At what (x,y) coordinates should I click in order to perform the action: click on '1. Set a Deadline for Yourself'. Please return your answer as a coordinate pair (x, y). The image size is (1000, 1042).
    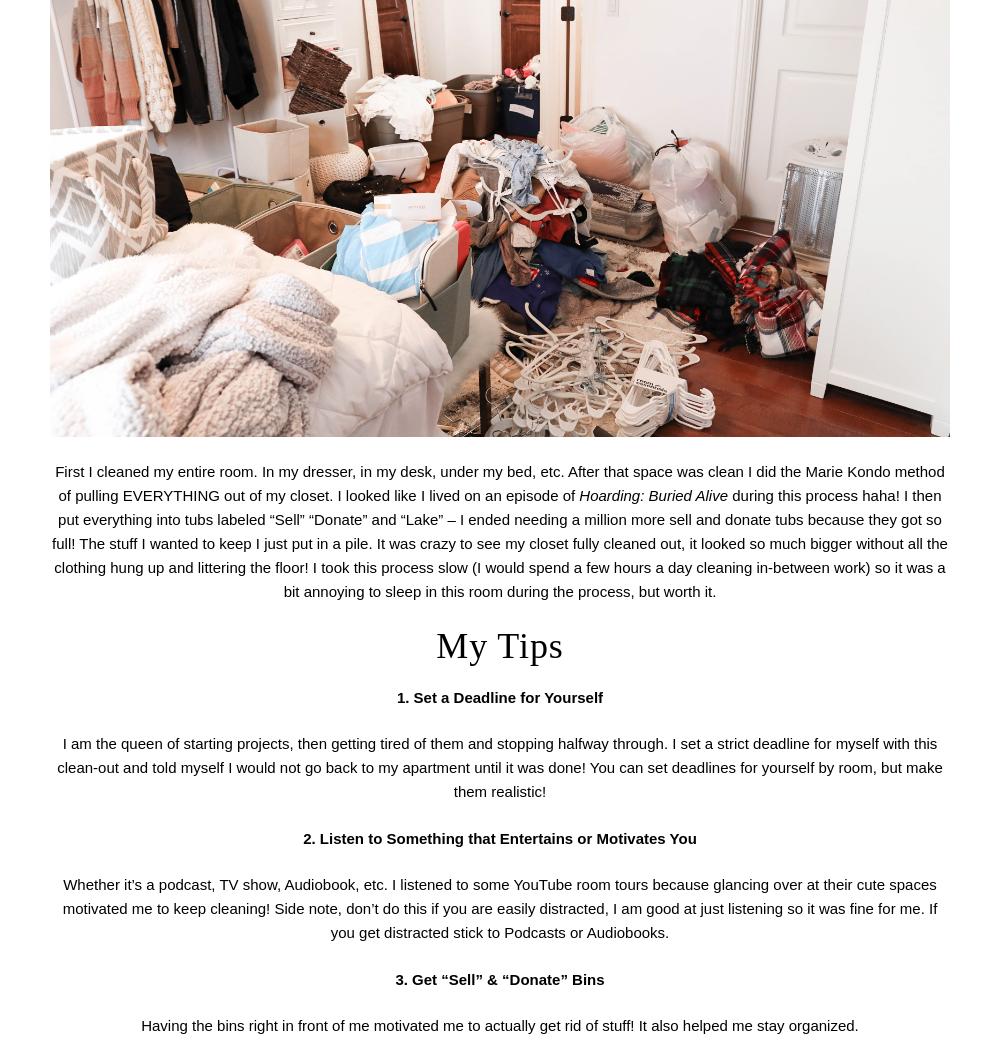
    Looking at the image, I should click on (498, 695).